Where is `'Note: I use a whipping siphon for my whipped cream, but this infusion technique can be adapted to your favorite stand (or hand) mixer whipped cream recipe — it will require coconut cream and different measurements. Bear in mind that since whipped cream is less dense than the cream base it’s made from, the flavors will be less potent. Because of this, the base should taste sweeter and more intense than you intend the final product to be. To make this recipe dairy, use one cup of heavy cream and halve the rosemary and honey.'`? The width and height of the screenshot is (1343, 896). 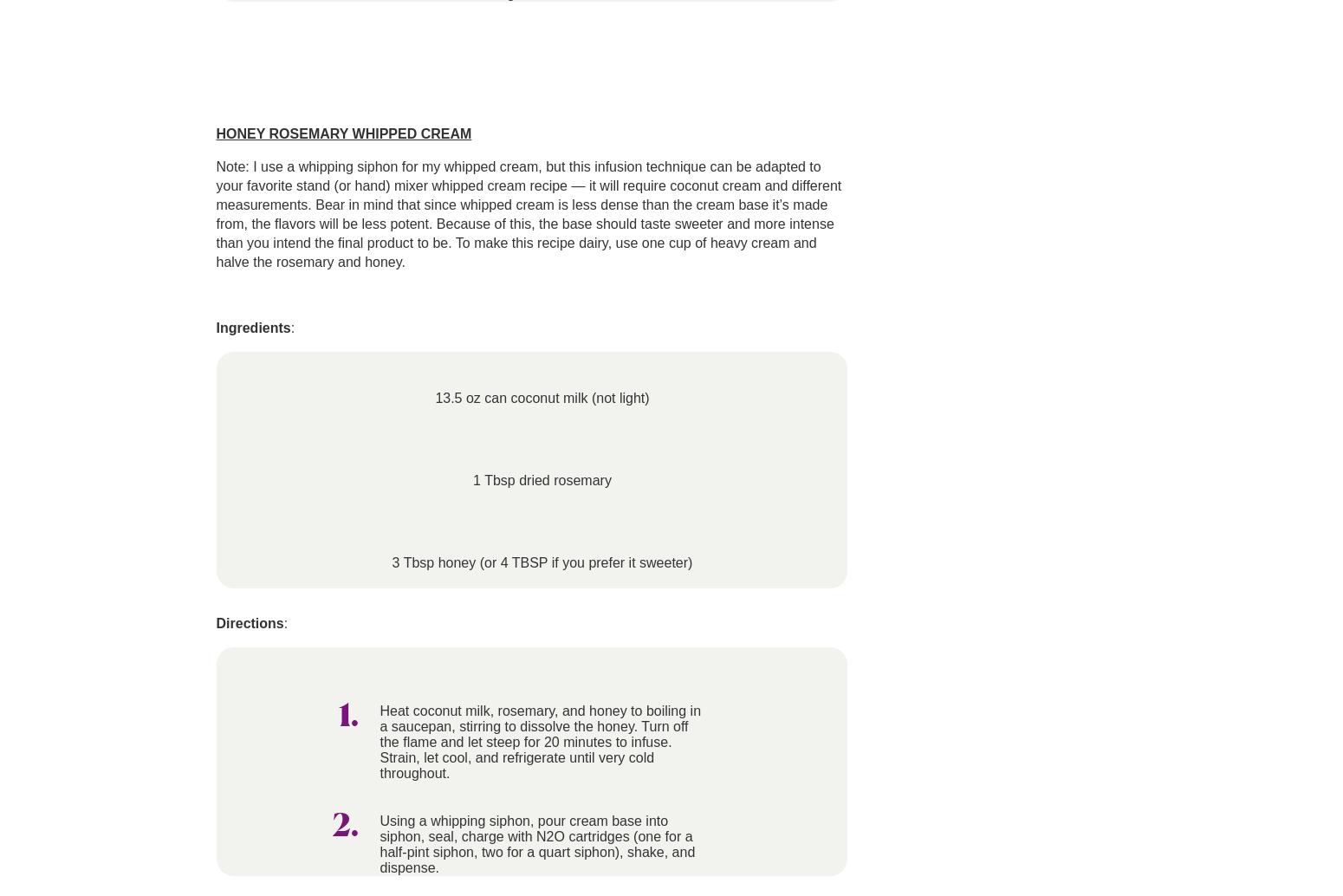
'Note: I use a whipping siphon for my whipped cream, but this infusion technique can be adapted to your favorite stand (or hand) mixer whipped cream recipe — it will require coconut cream and different measurements. Bear in mind that since whipped cream is less dense than the cream base it’s made from, the flavors will be less potent. Because of this, the base should taste sweeter and more intense than you intend the final product to be. To make this recipe dairy, use one cup of heavy cream and halve the rosemary and honey.' is located at coordinates (528, 214).